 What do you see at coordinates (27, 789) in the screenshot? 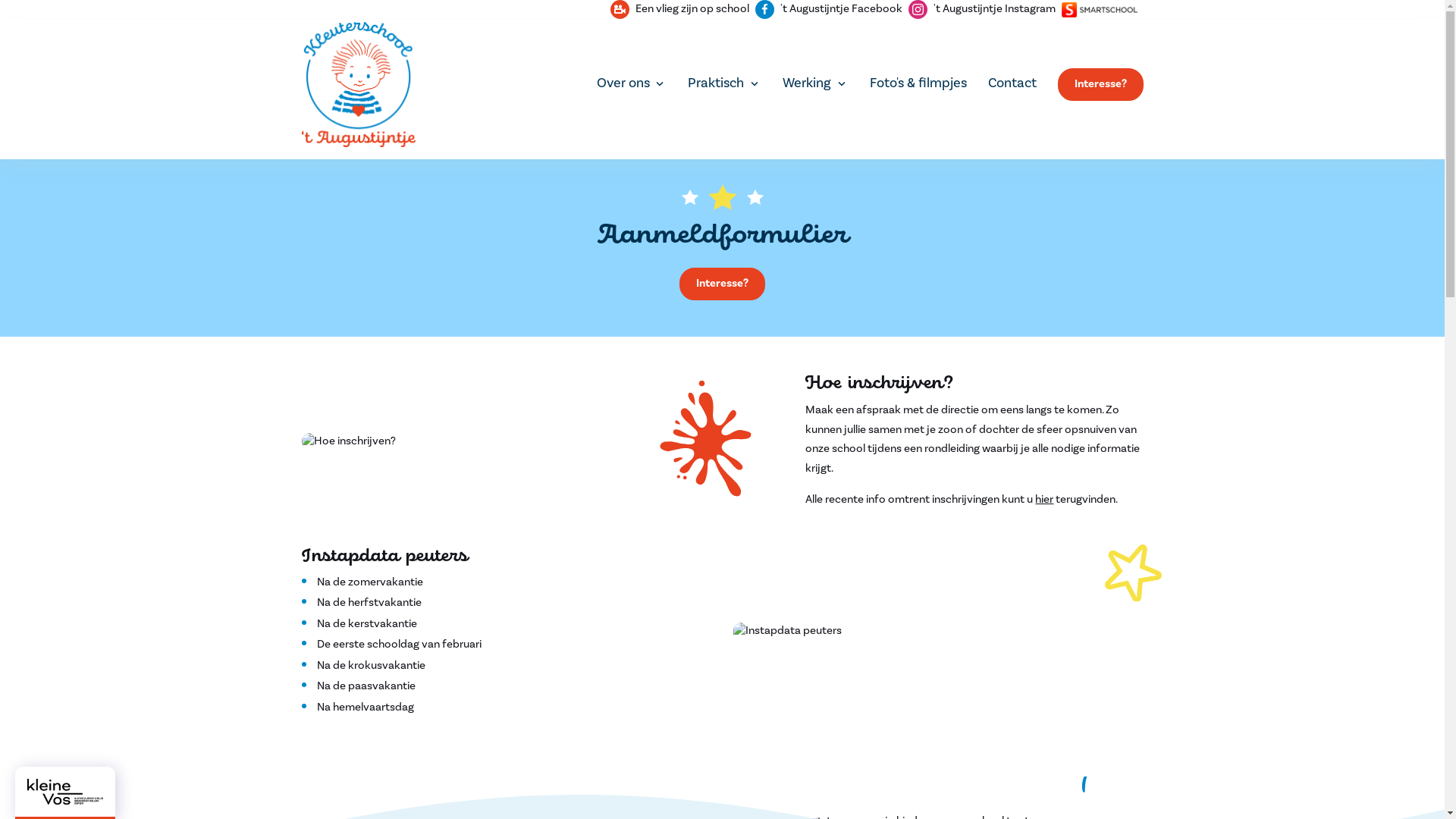
I see `'kleine Vos | Katholieke Vrije Basisscholen Ieper'` at bounding box center [27, 789].